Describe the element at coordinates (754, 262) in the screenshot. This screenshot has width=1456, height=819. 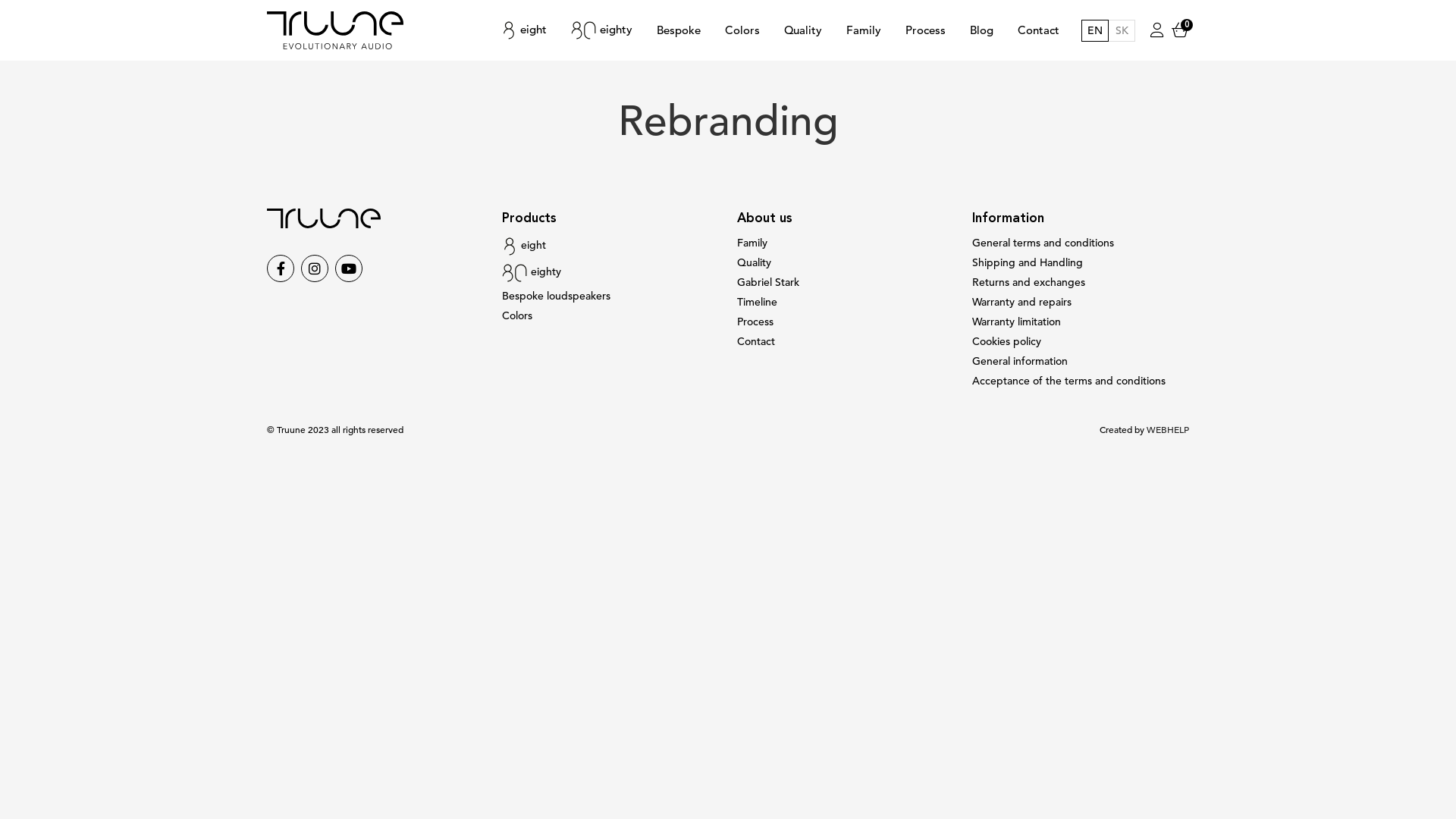
I see `'Quality'` at that location.